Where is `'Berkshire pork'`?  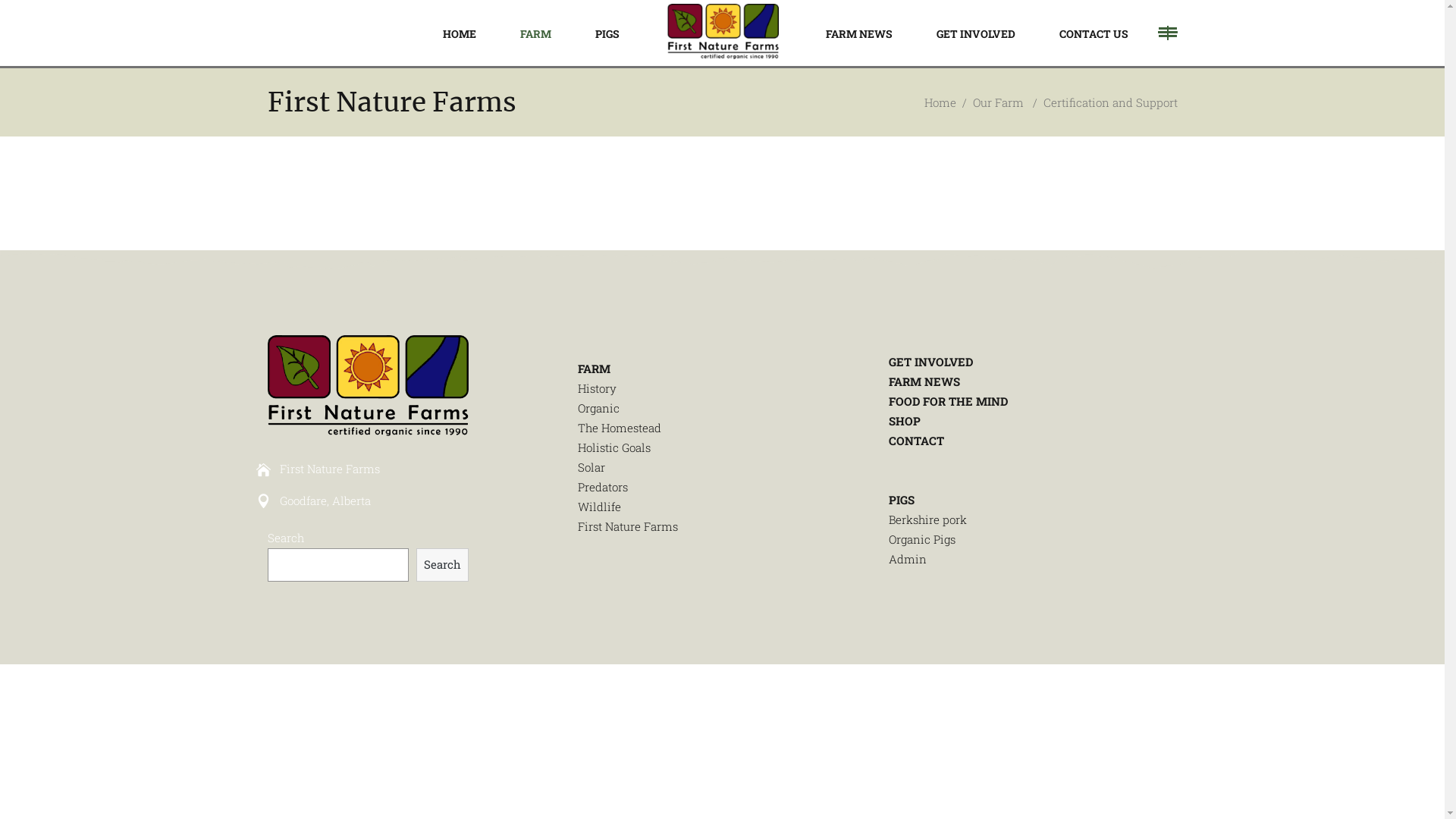
'Berkshire pork' is located at coordinates (888, 519).